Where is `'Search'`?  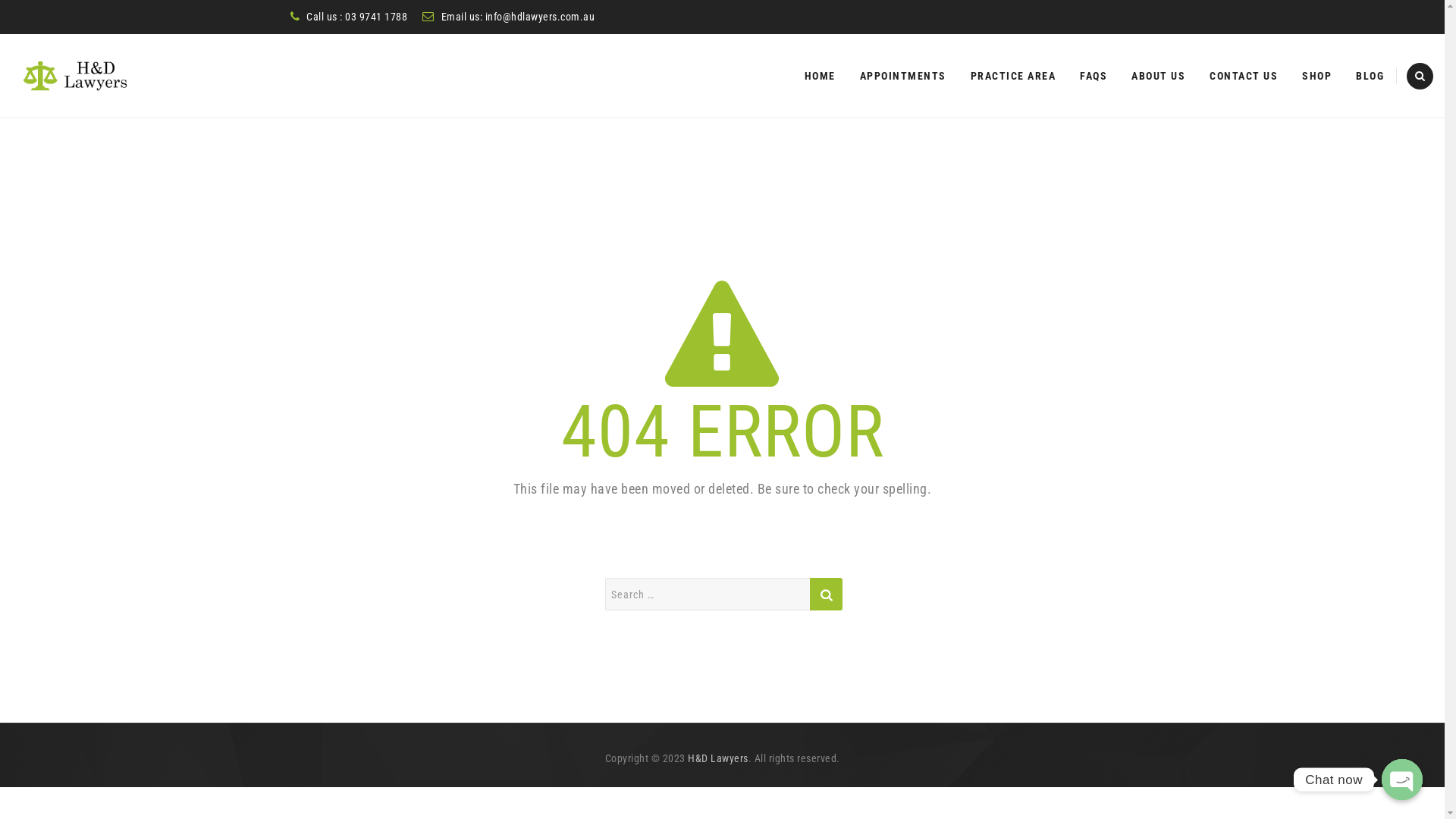 'Search' is located at coordinates (825, 593).